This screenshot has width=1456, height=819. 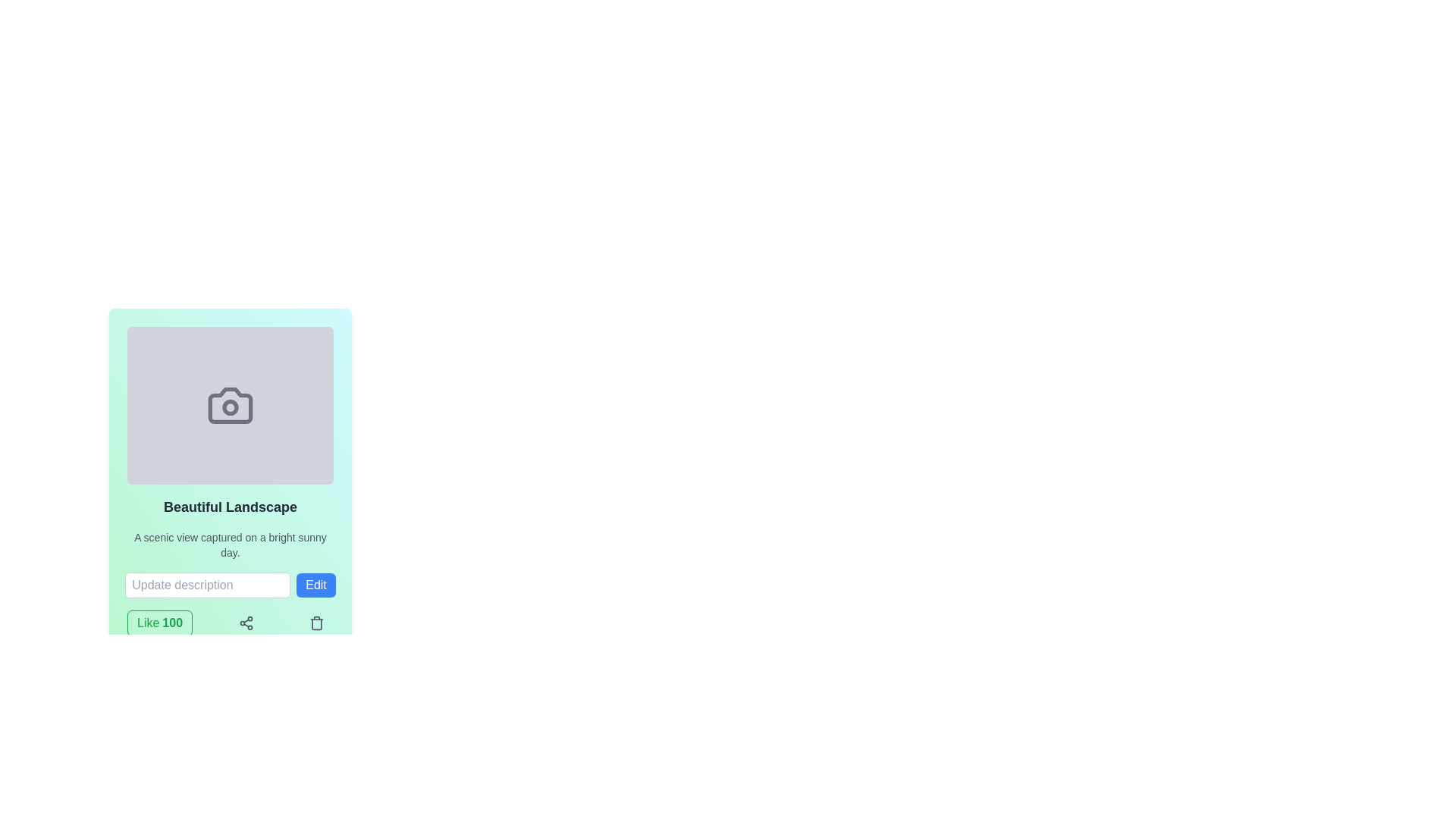 I want to click on the small circle resembling a lens located in the center of the camera icon within the rectangular area of the card titled 'Beautiful Landscape', so click(x=229, y=406).